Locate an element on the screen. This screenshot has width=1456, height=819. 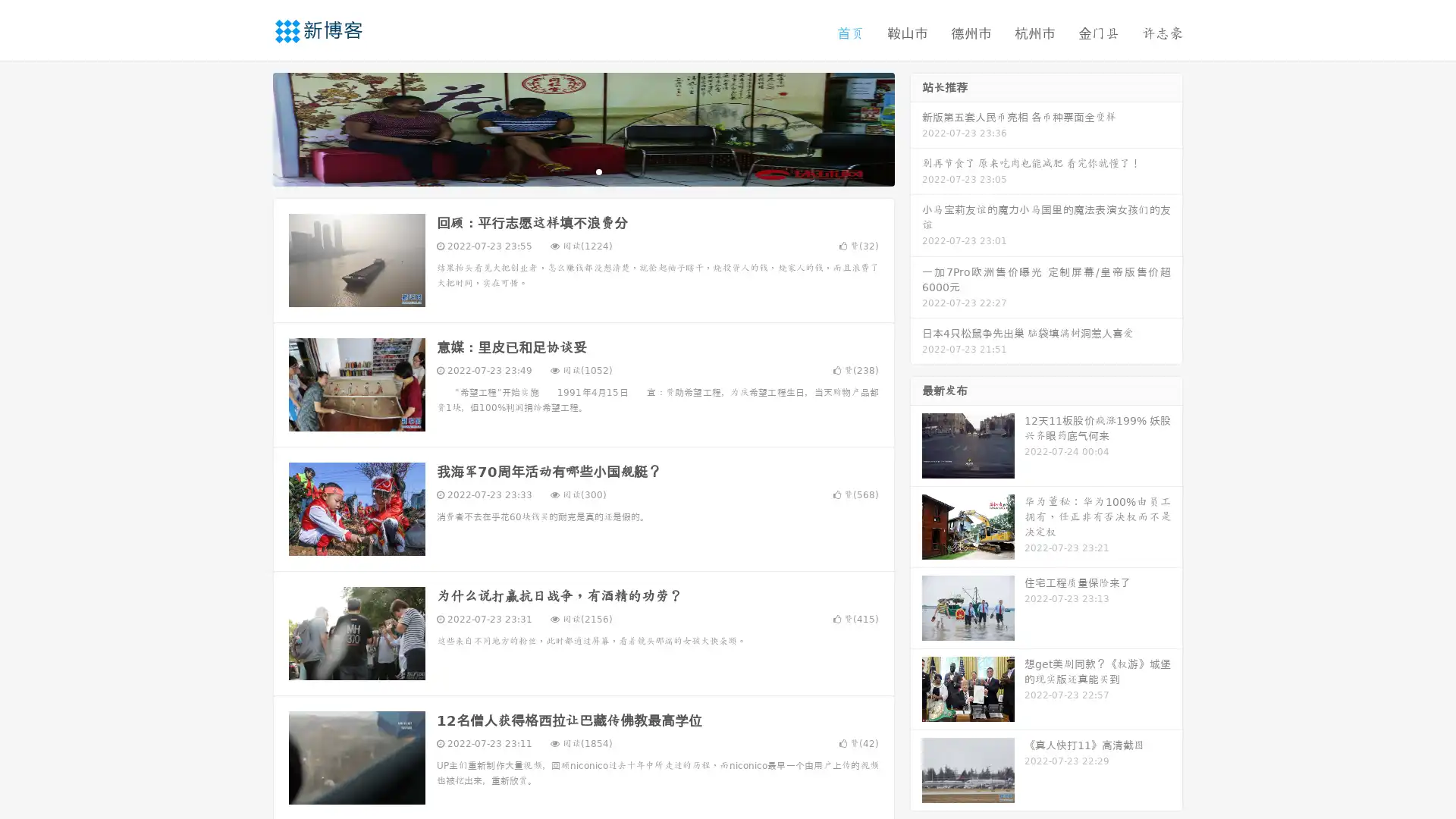
Go to slide 2 is located at coordinates (582, 171).